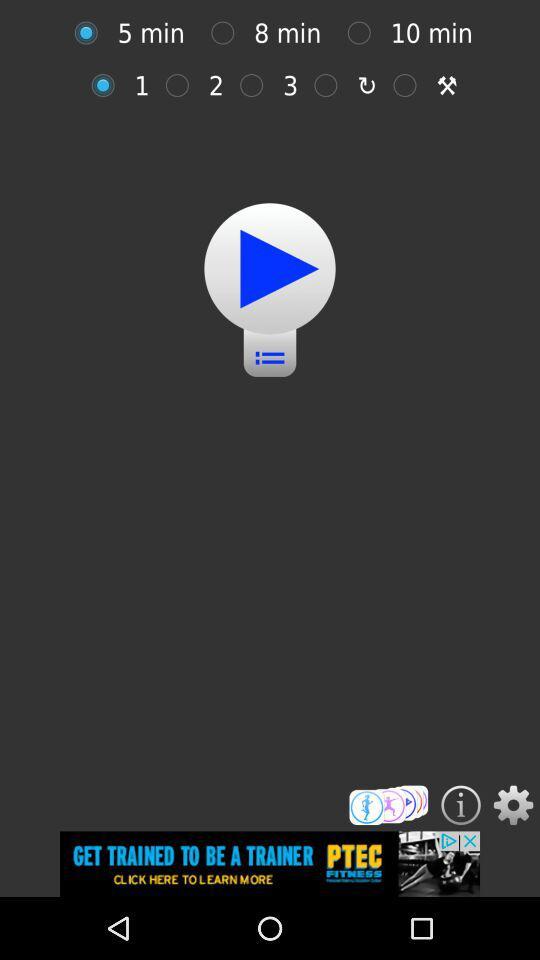 The width and height of the screenshot is (540, 960). What do you see at coordinates (461, 805) in the screenshot?
I see `information page` at bounding box center [461, 805].